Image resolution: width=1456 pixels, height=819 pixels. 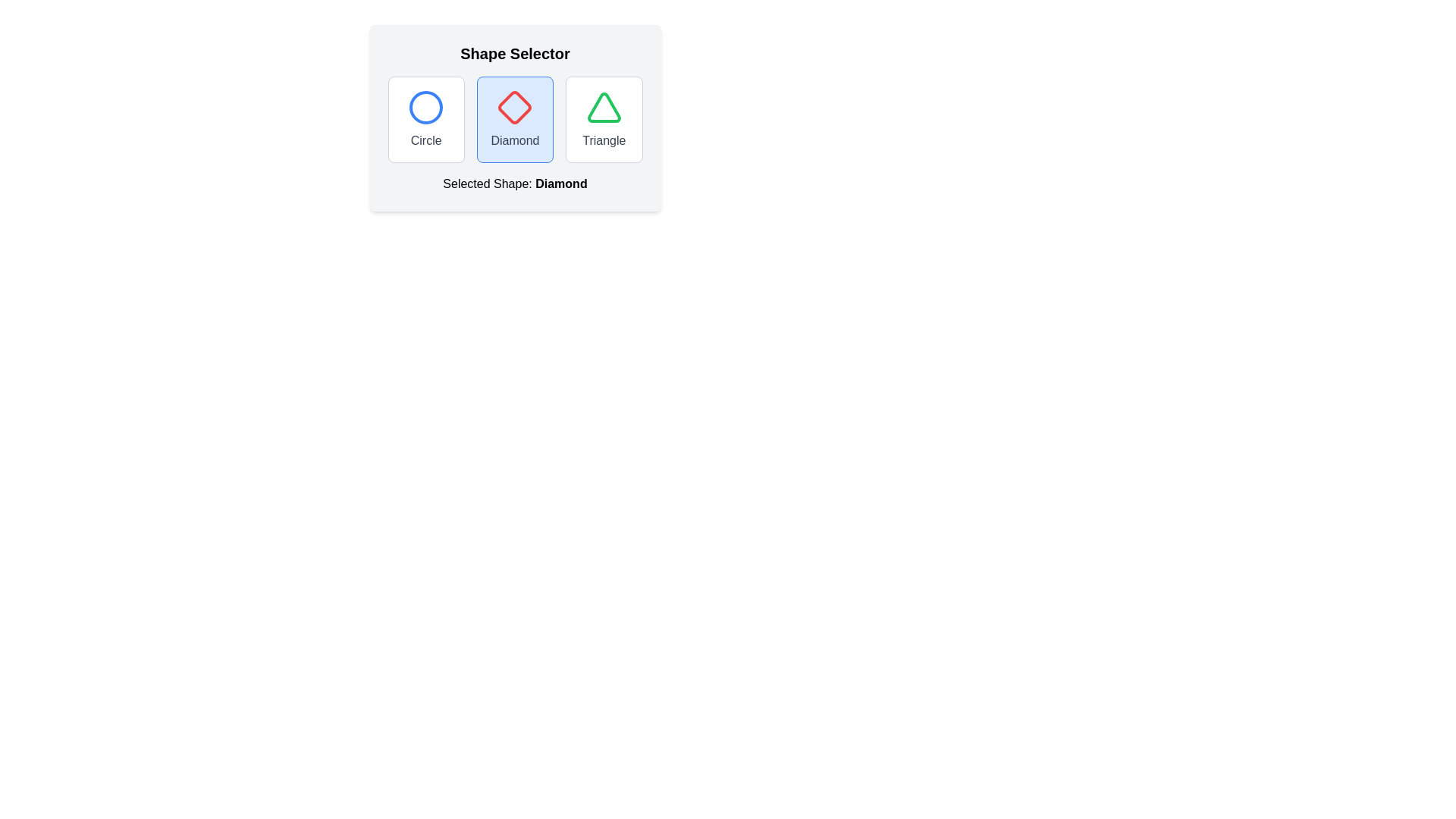 What do you see at coordinates (603, 107) in the screenshot?
I see `the button containing the triangular icon with a green outline` at bounding box center [603, 107].